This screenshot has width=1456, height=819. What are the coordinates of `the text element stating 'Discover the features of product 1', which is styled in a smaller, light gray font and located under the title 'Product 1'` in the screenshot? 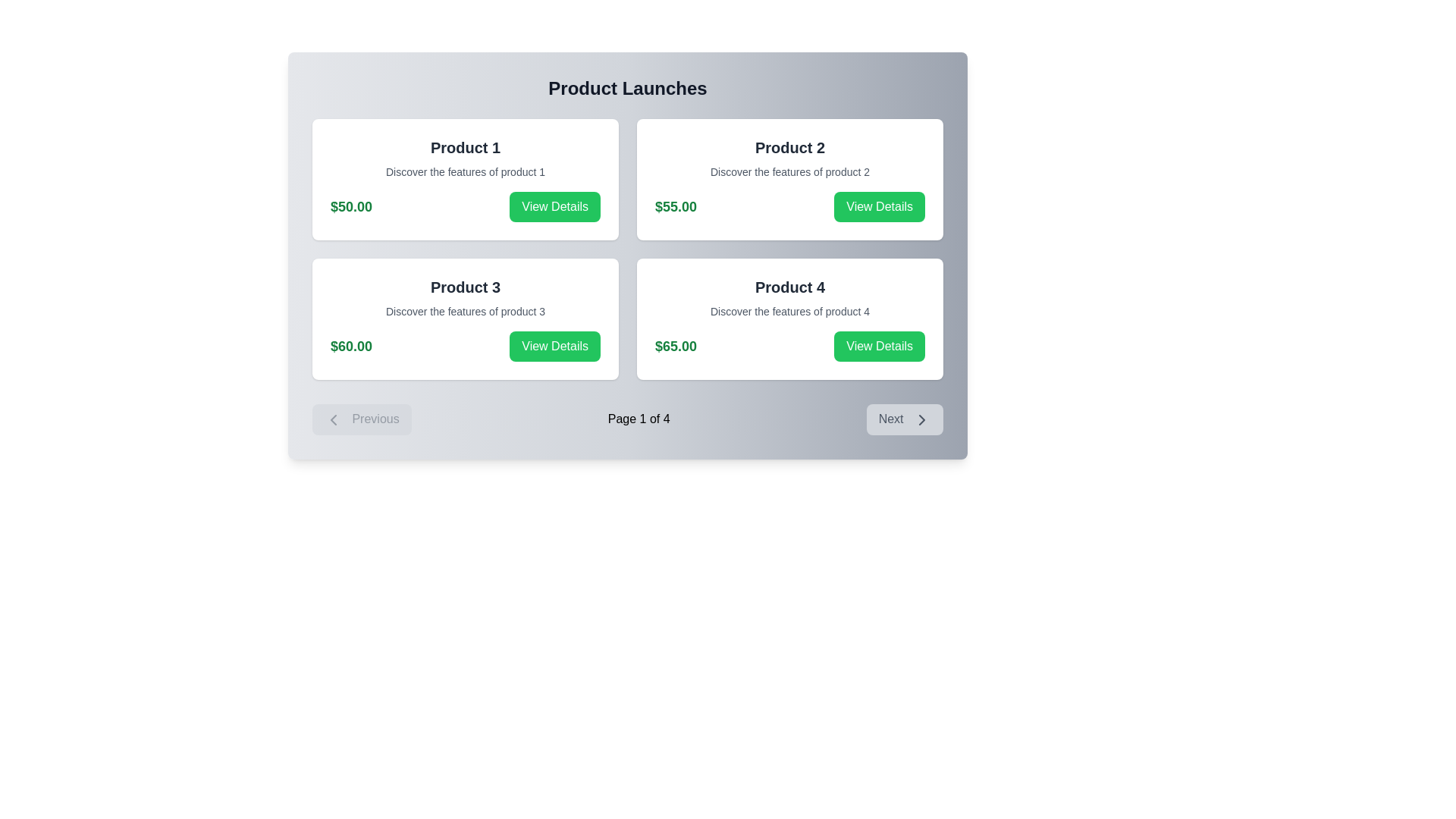 It's located at (465, 171).